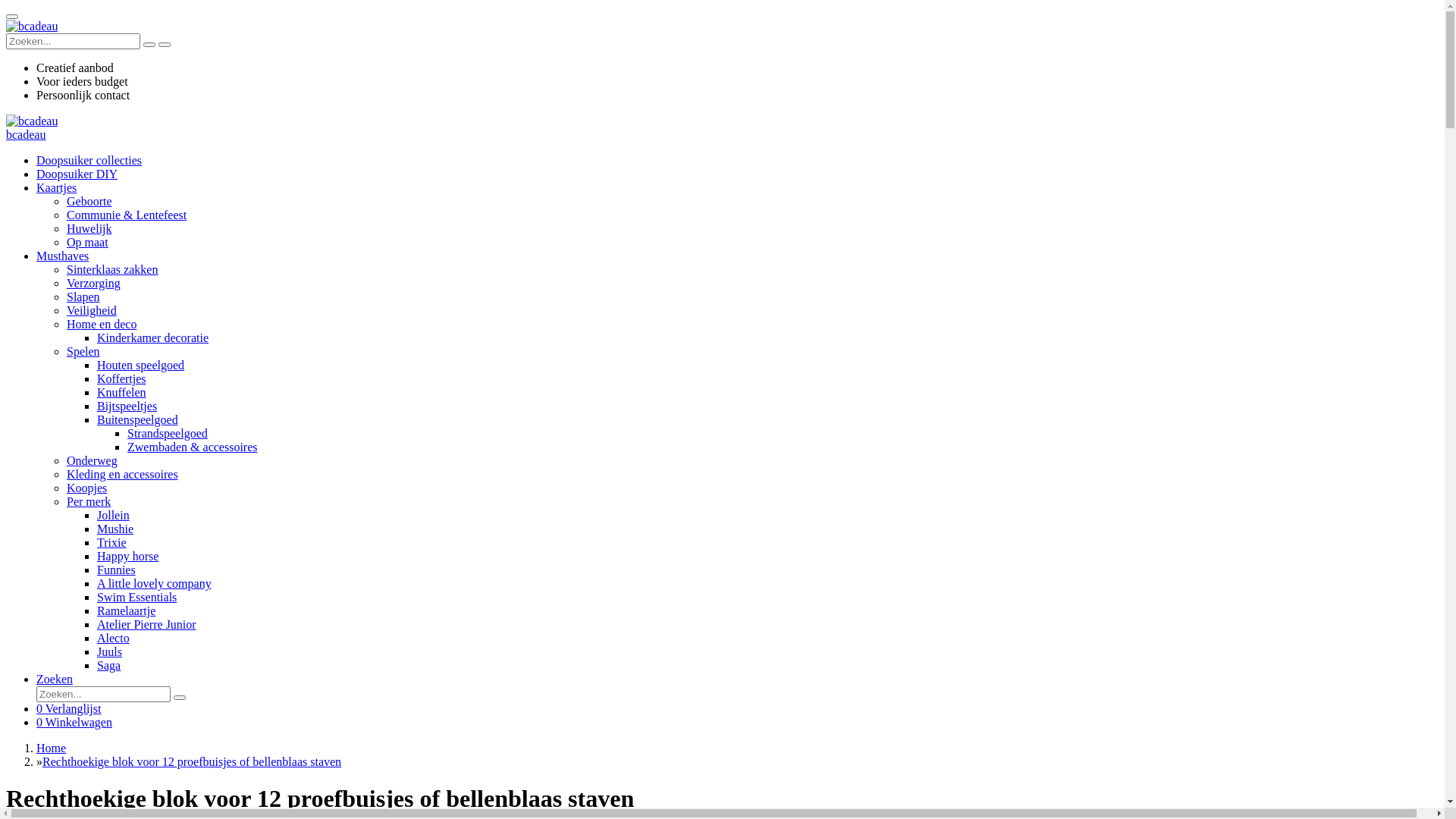 Image resolution: width=1456 pixels, height=819 pixels. Describe the element at coordinates (51, 747) in the screenshot. I see `'Home'` at that location.